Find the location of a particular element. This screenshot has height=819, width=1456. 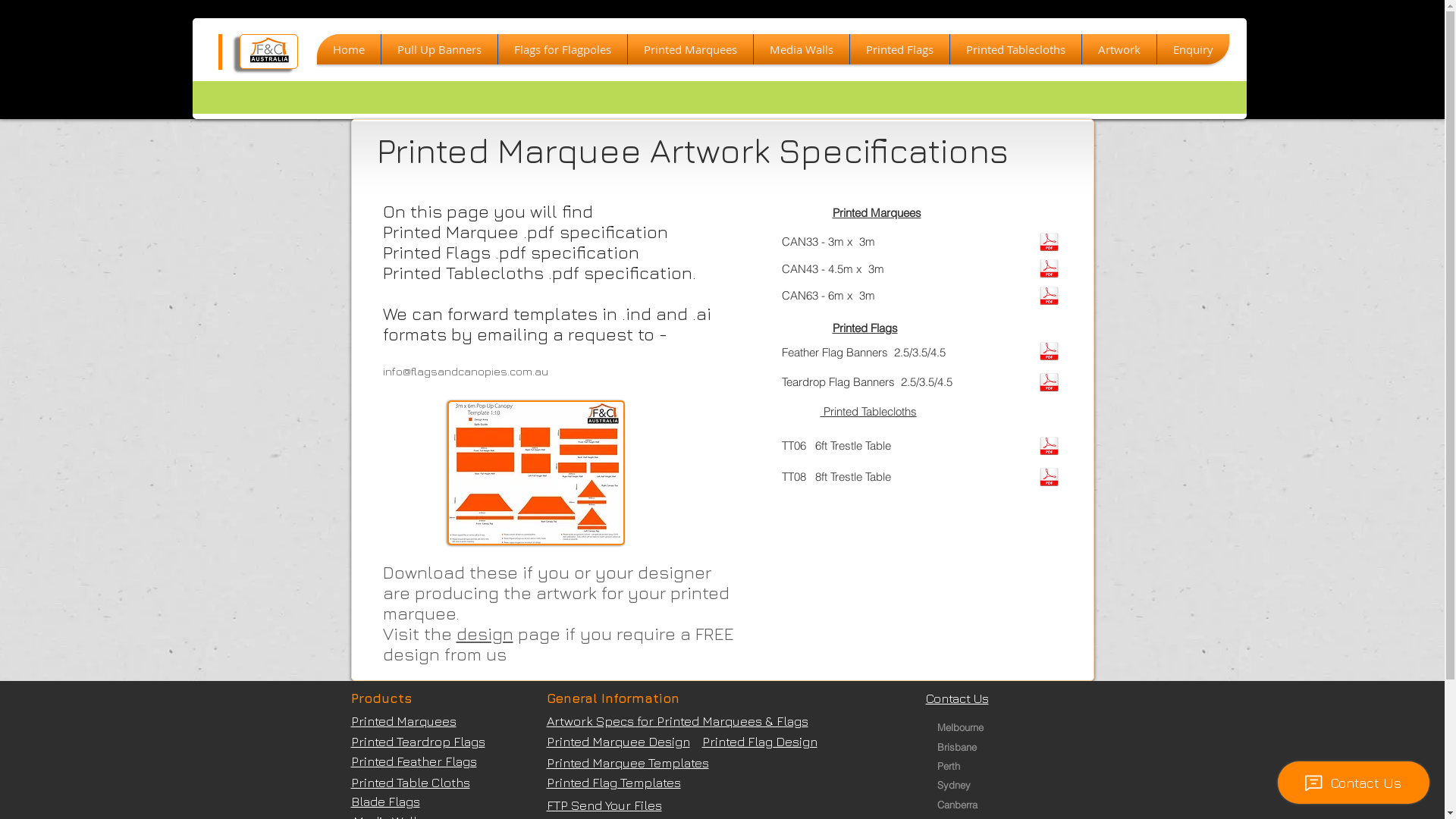

'Melbourne  ' is located at coordinates (962, 726).